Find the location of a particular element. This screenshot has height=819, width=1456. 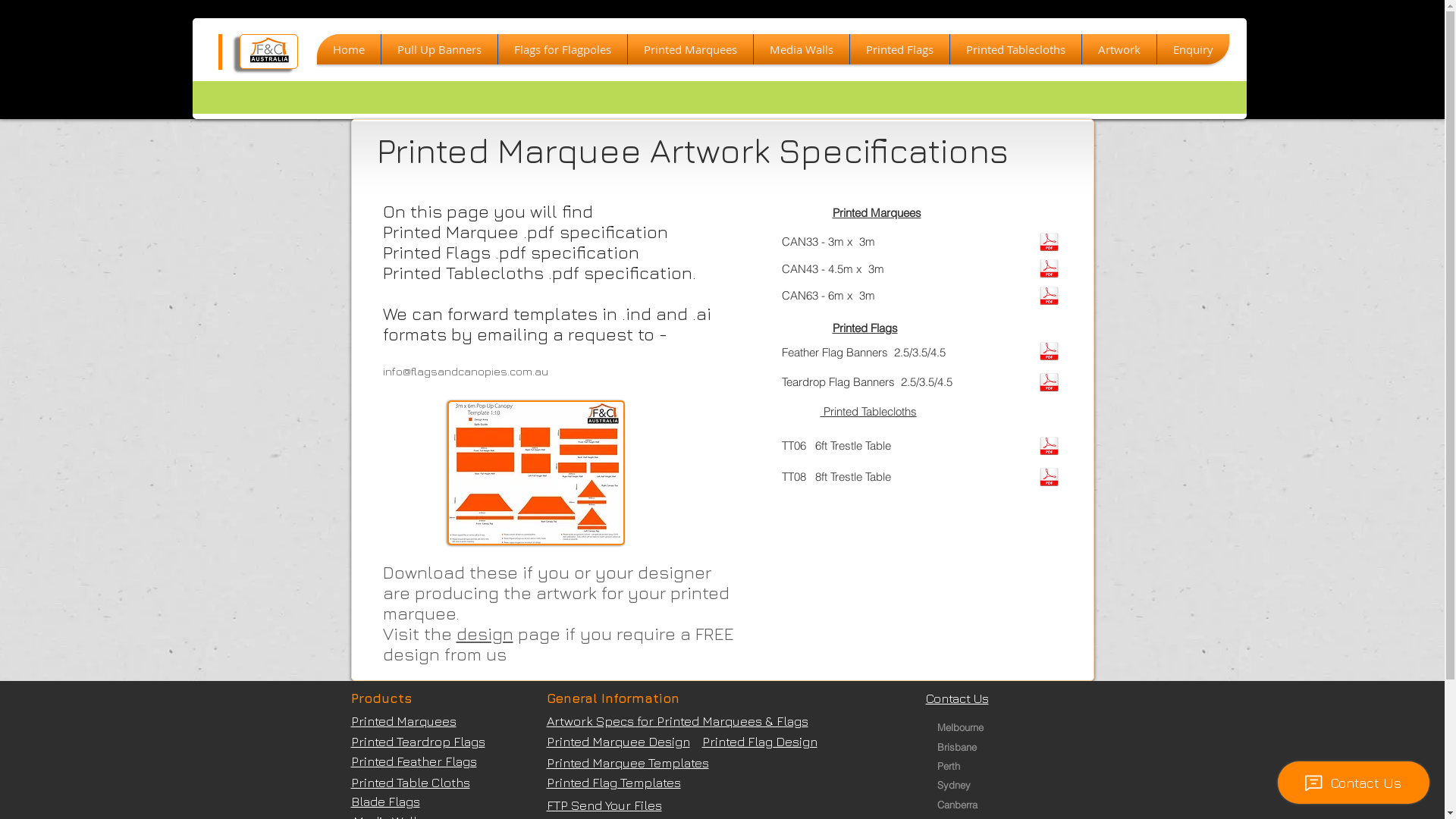

'Melbourne  ' is located at coordinates (962, 726).